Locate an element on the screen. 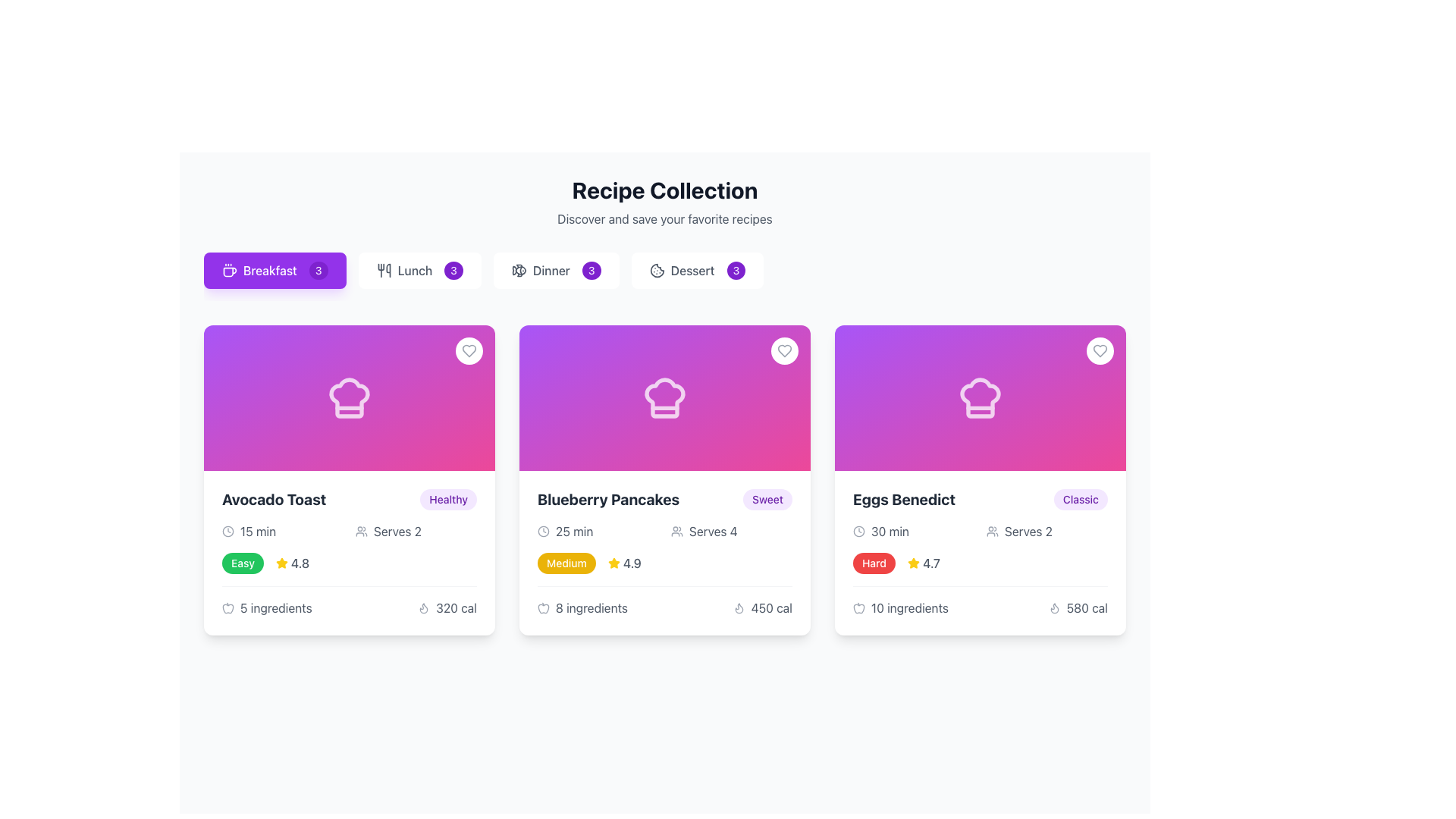 The height and width of the screenshot is (819, 1456). the chef's hat icon located in the 'Blueberry Pancakes' card, which is the second card in the collection of three cards is located at coordinates (665, 397).